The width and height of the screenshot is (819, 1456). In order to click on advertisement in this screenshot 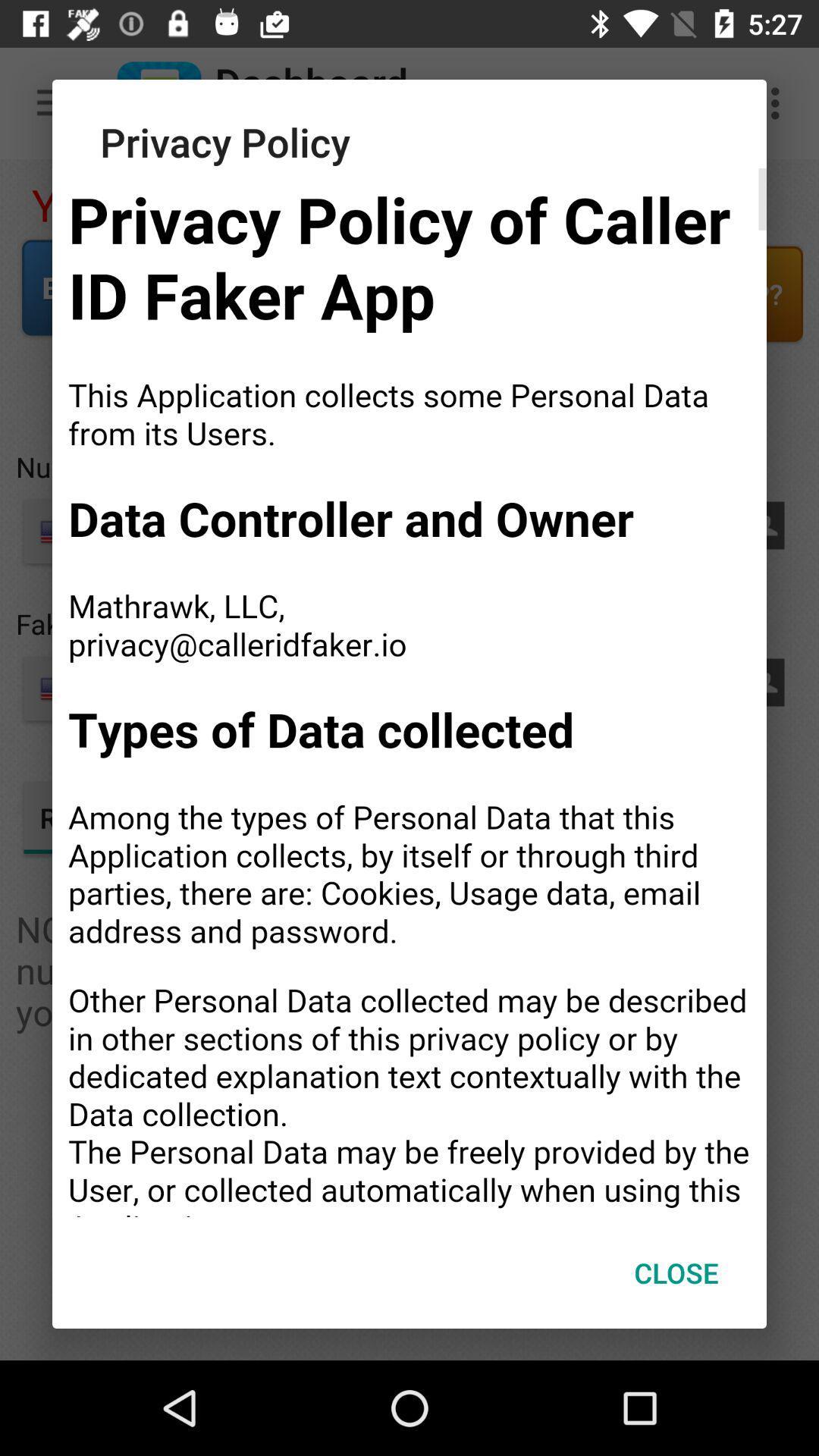, I will do `click(409, 692)`.